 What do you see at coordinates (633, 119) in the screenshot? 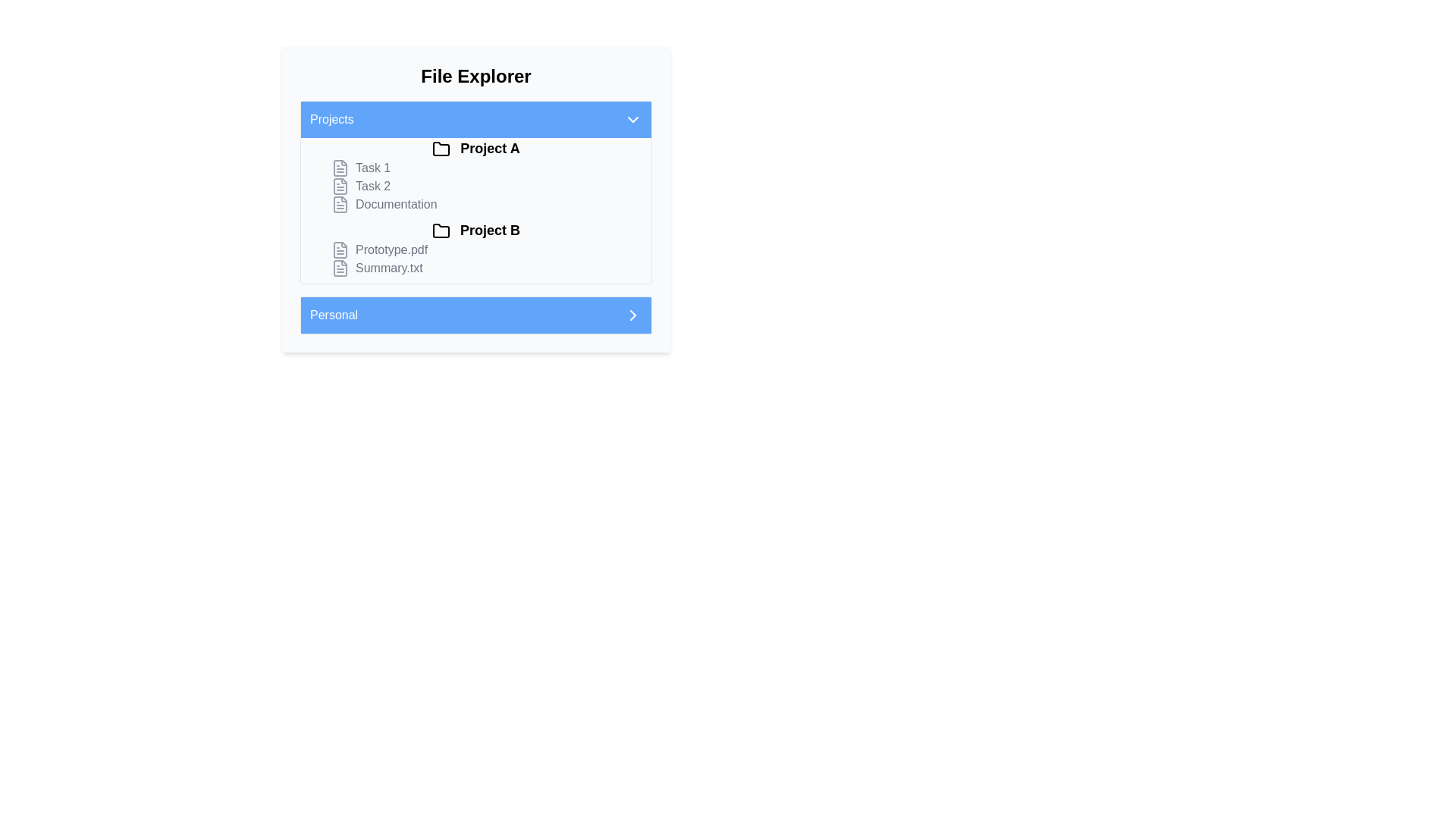
I see `the downwards-pointing chevron toggle icon located in the 'Projects' header section` at bounding box center [633, 119].